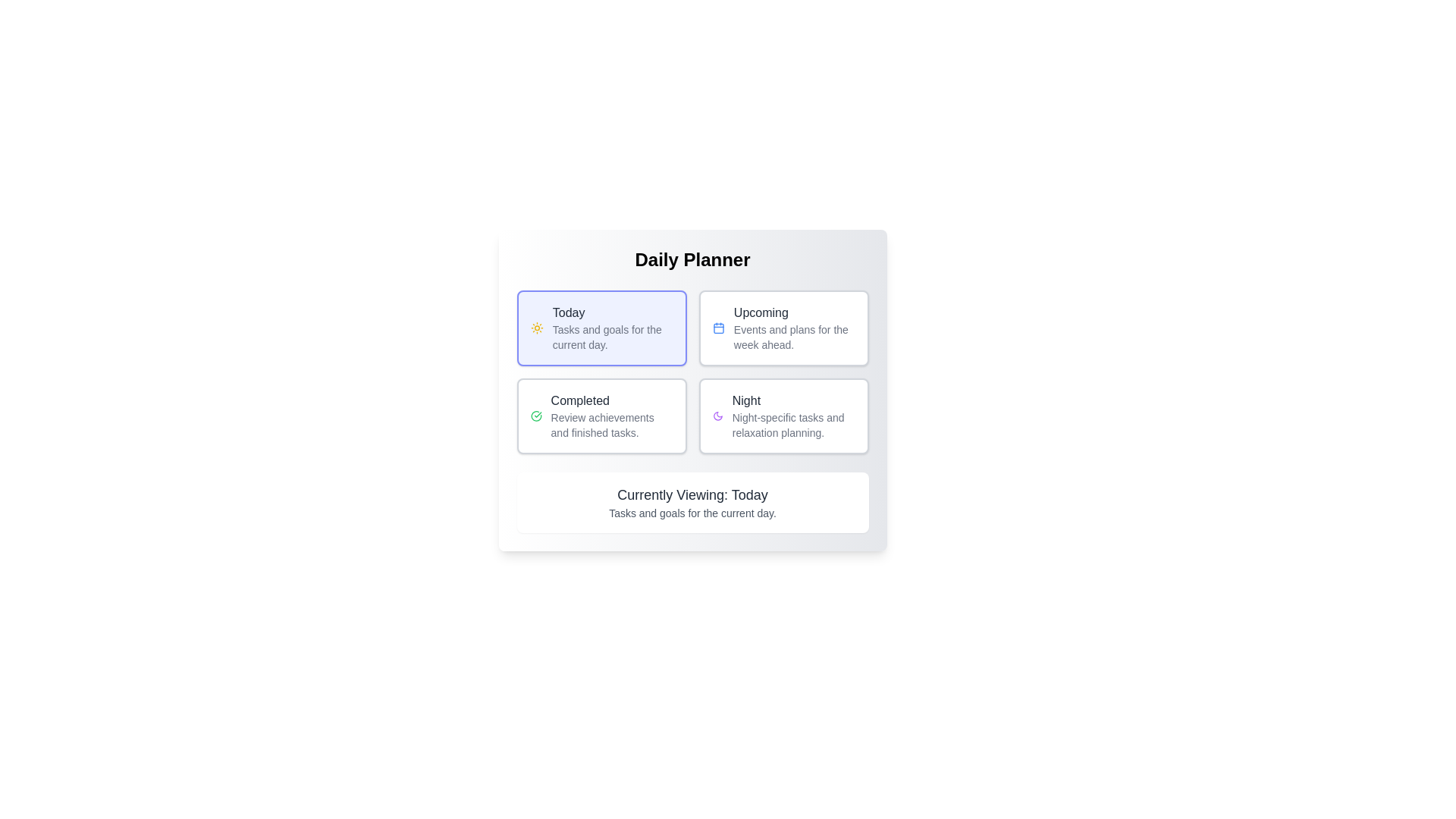 This screenshot has width=1456, height=819. What do you see at coordinates (692, 390) in the screenshot?
I see `the 'Completed' card styled component for keyboard interaction` at bounding box center [692, 390].